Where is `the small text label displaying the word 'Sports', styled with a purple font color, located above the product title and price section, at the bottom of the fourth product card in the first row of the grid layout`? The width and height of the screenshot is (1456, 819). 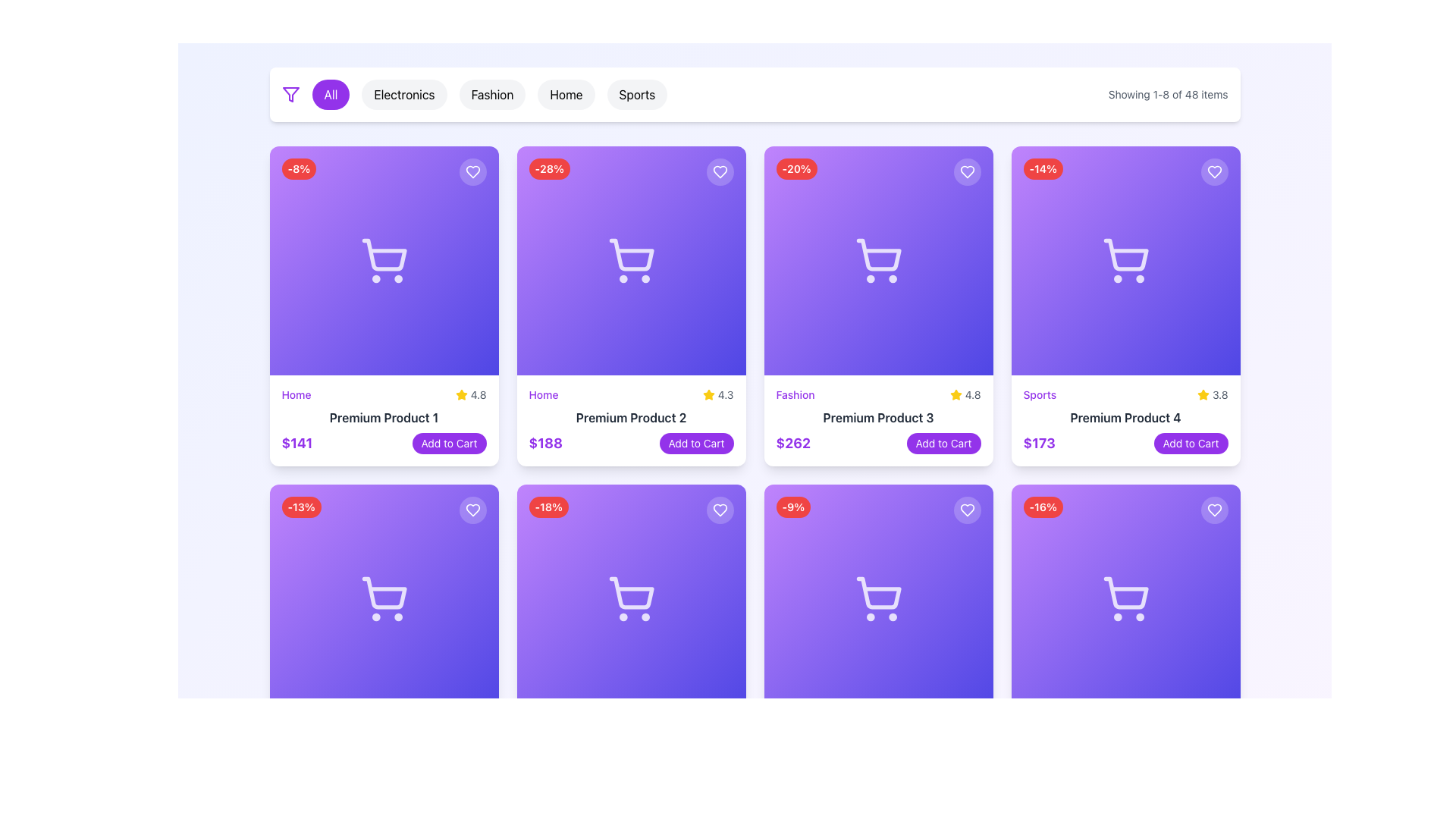
the small text label displaying the word 'Sports', styled with a purple font color, located above the product title and price section, at the bottom of the fourth product card in the first row of the grid layout is located at coordinates (1039, 394).